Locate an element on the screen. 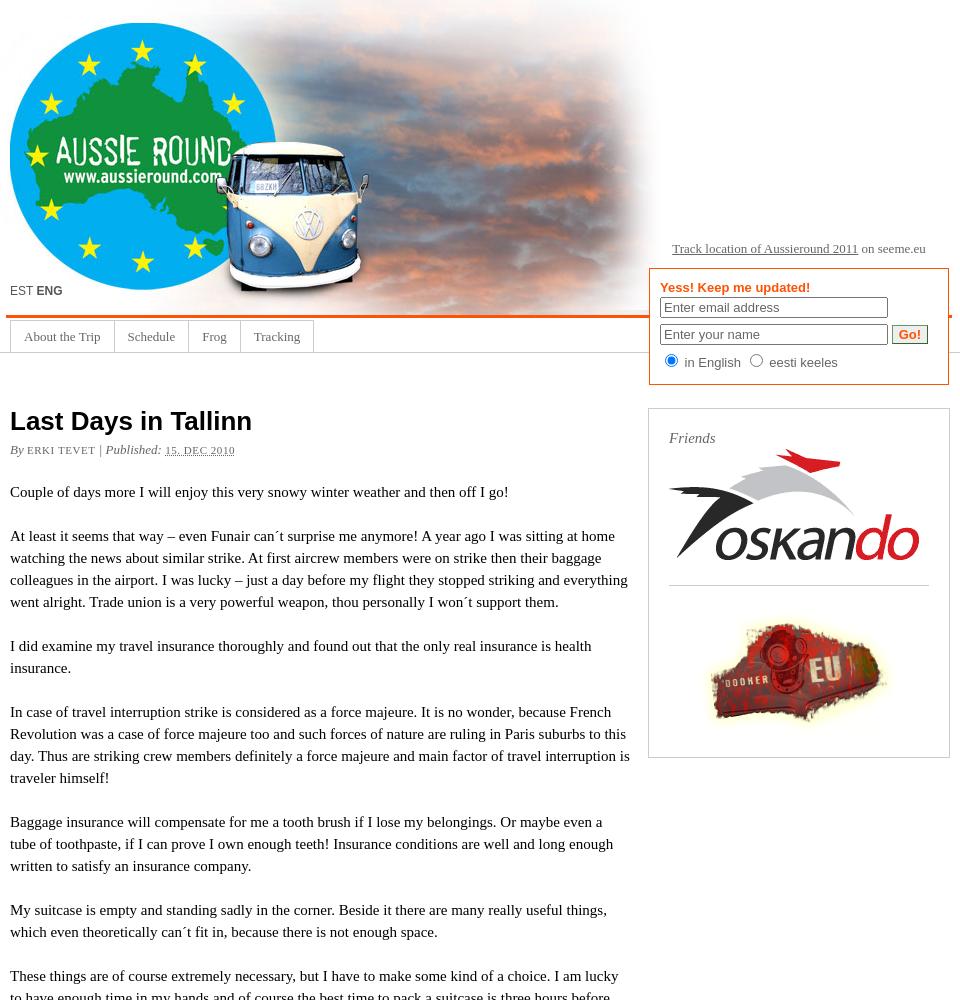  'on seeme.eu' is located at coordinates (890, 247).